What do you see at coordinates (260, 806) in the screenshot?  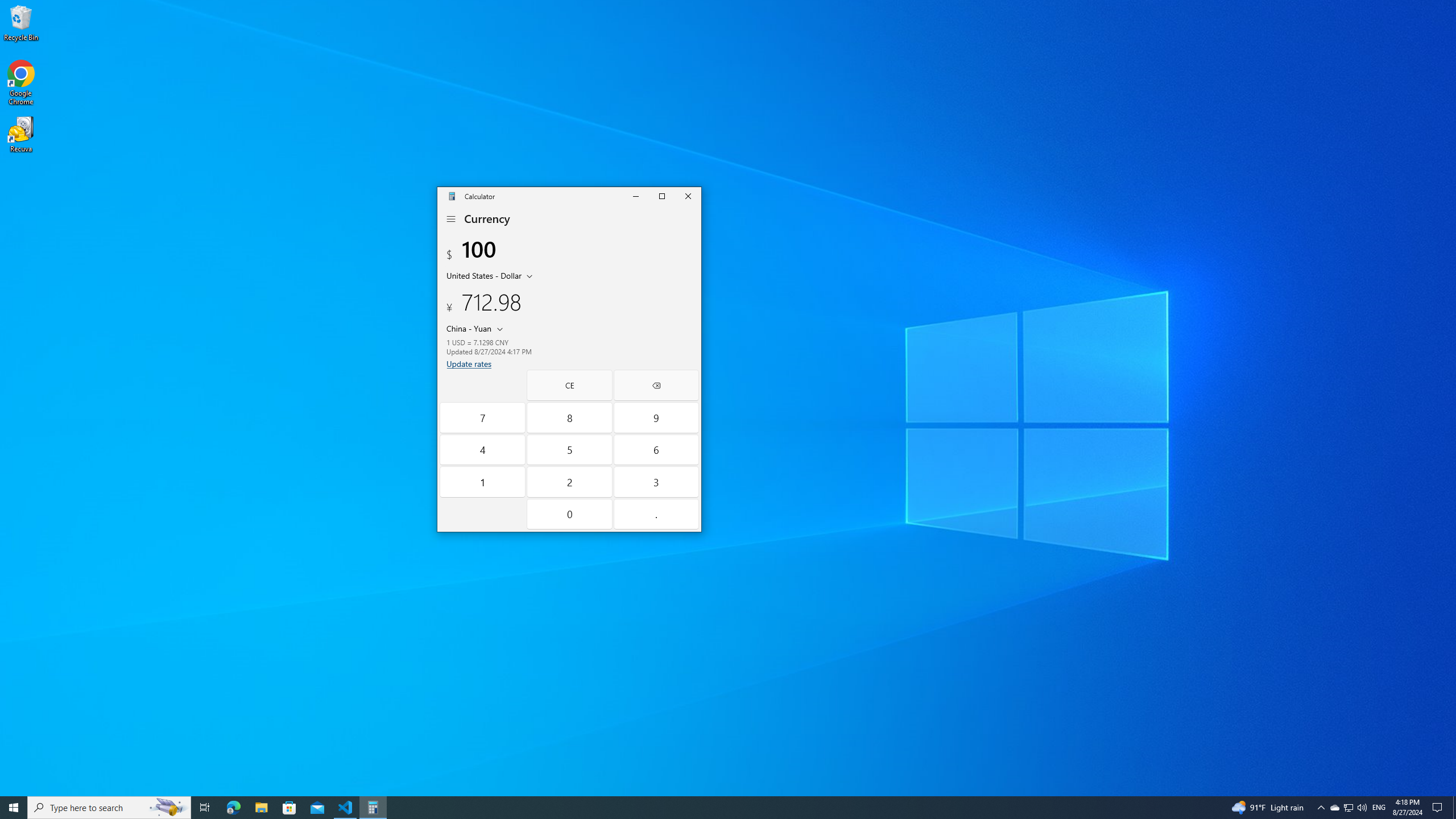 I see `'File Explorer'` at bounding box center [260, 806].